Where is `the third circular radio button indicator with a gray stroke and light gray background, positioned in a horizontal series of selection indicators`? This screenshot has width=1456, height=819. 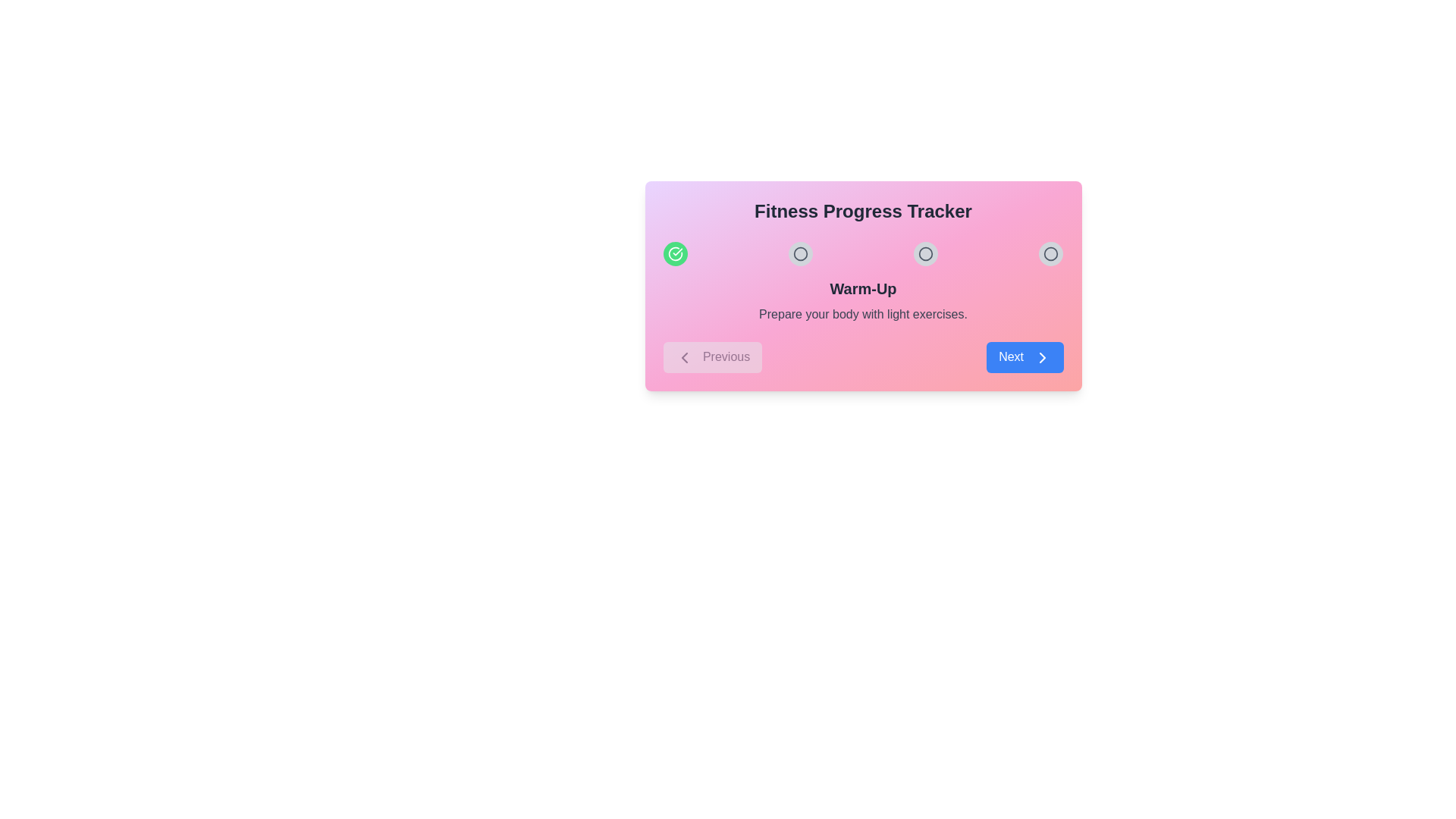
the third circular radio button indicator with a gray stroke and light gray background, positioned in a horizontal series of selection indicators is located at coordinates (1050, 253).